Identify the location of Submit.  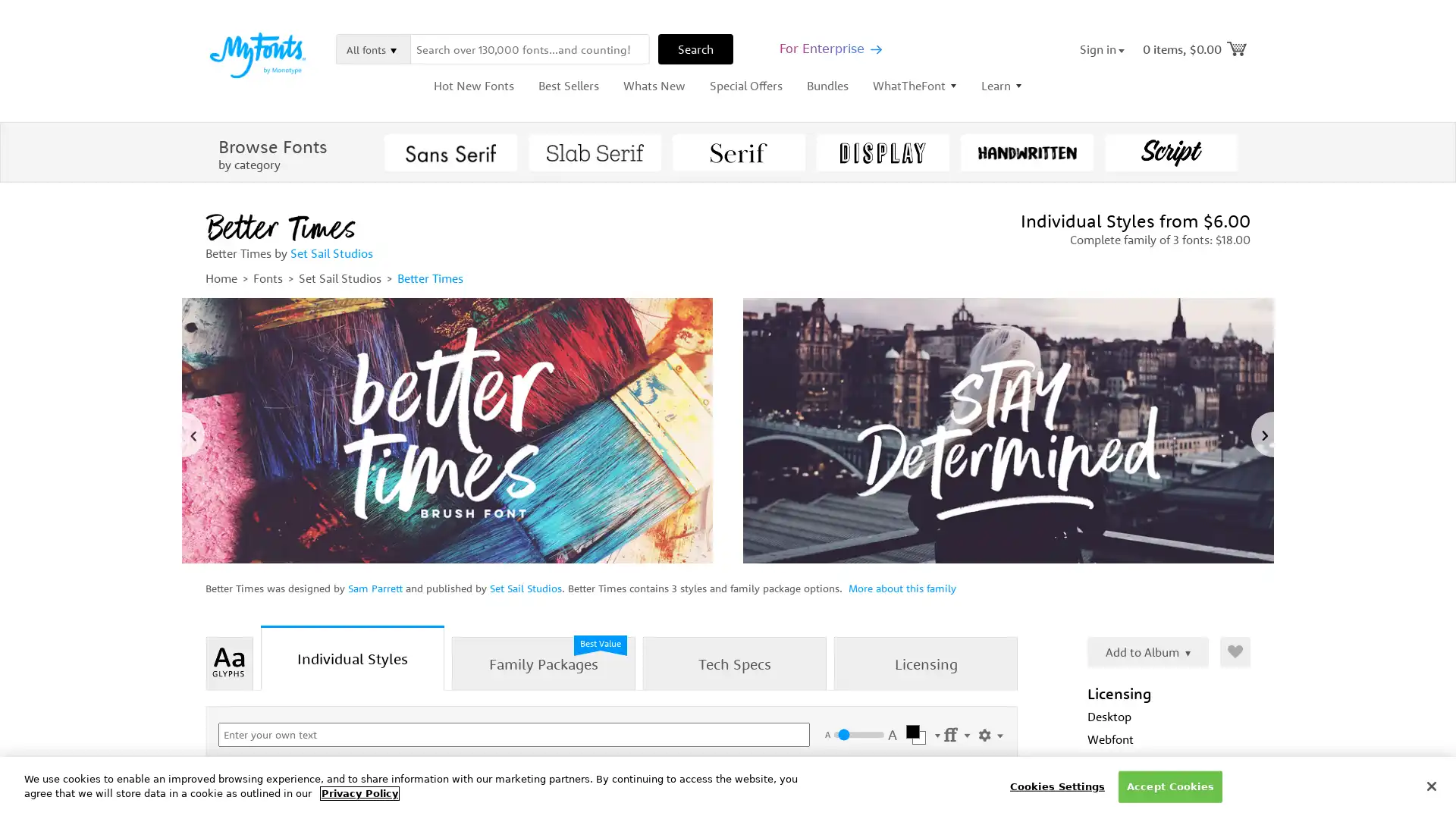
(864, 371).